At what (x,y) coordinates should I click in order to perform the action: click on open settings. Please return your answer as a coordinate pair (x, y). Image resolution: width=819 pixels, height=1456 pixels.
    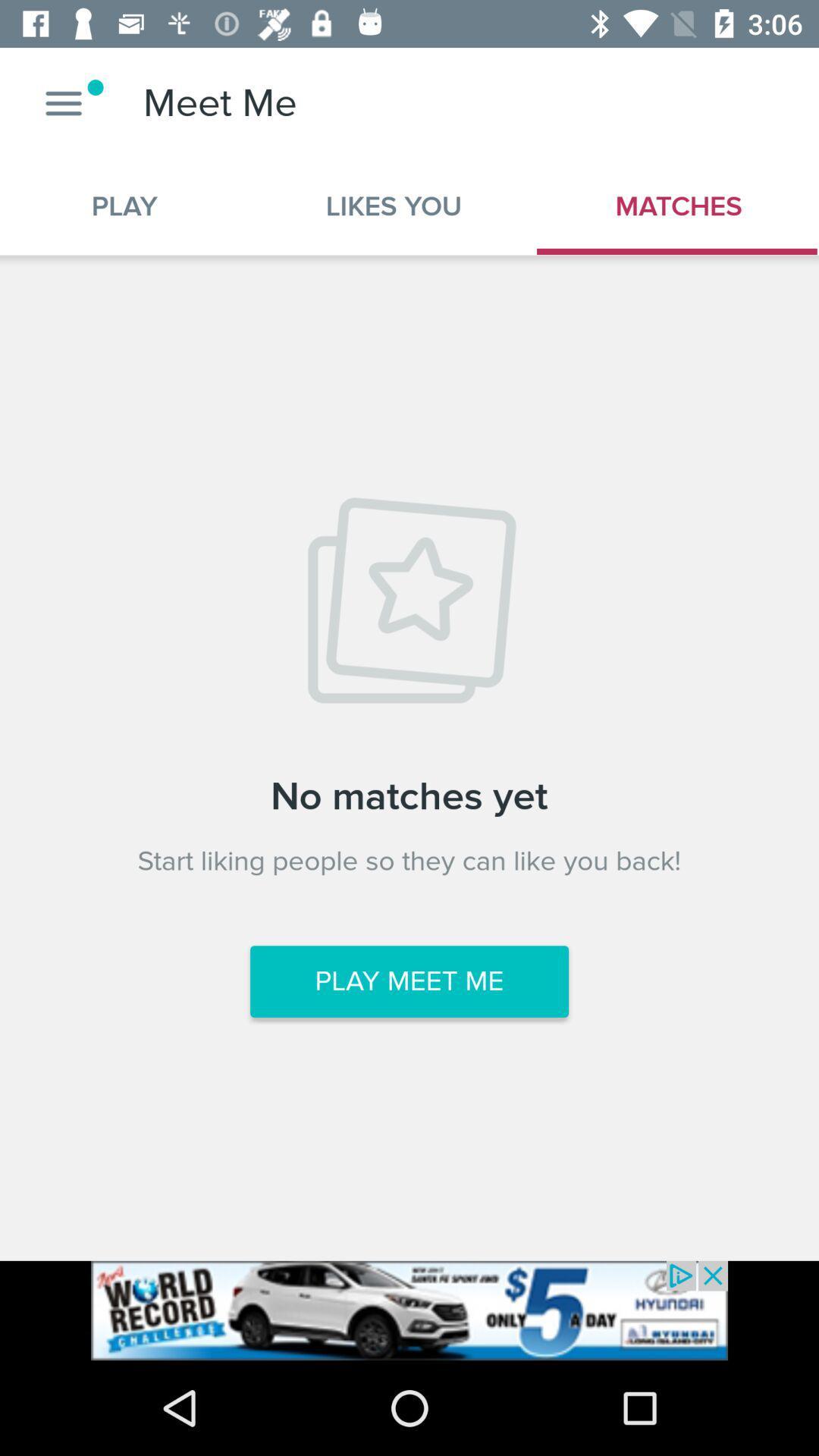
    Looking at the image, I should click on (63, 102).